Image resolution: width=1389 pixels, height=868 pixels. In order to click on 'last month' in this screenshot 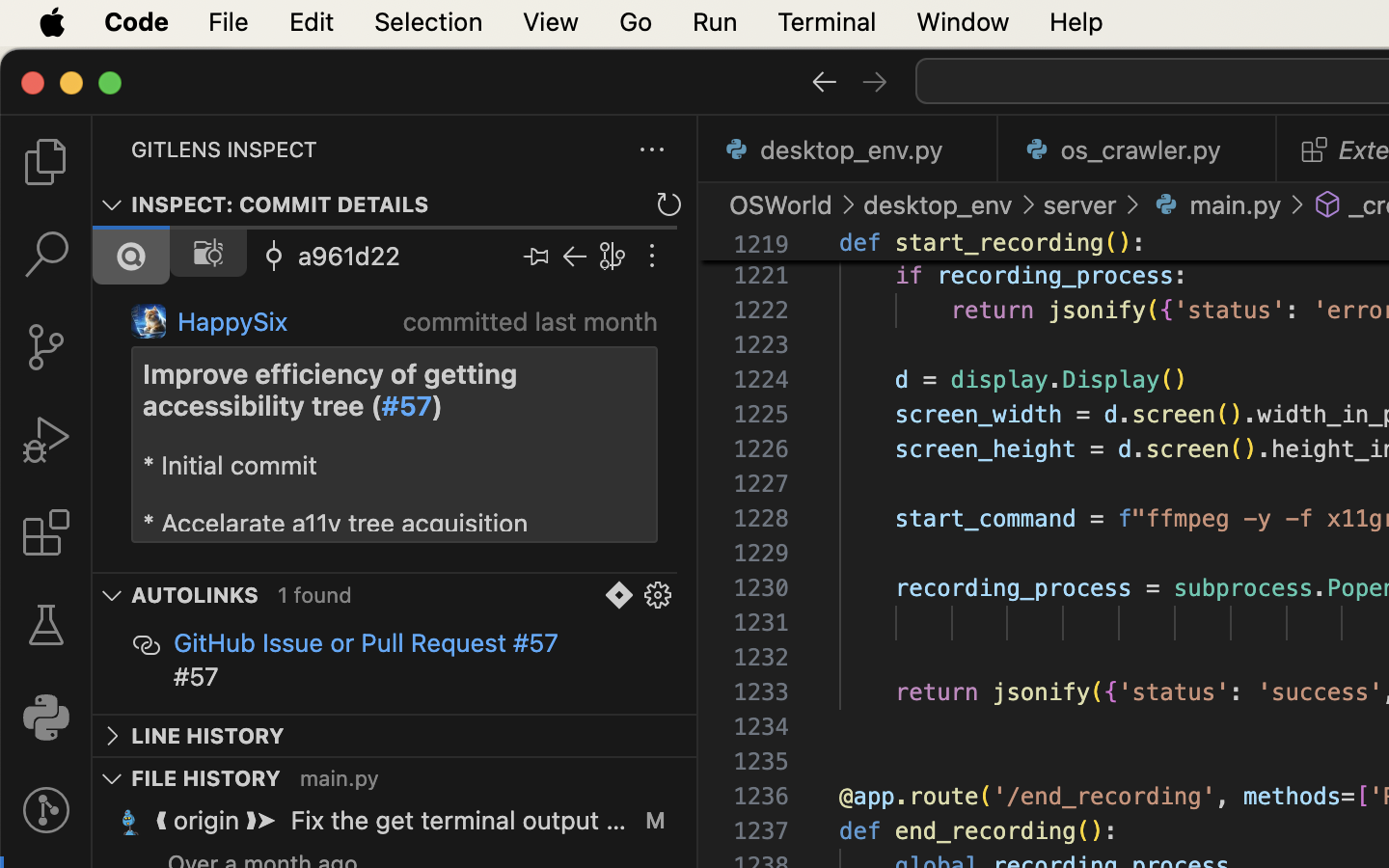, I will do `click(595, 320)`.